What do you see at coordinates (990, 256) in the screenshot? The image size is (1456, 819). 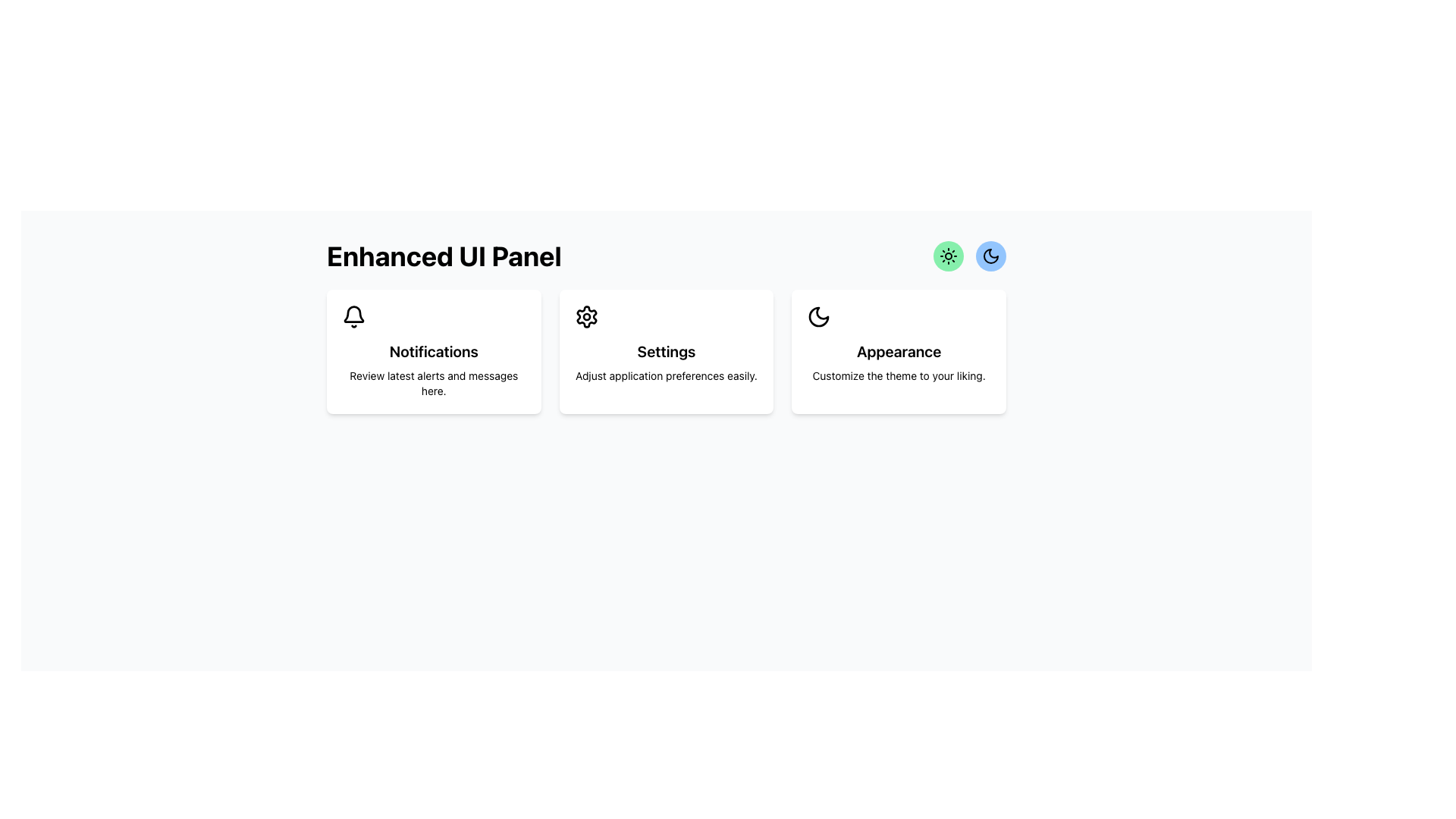 I see `the circular button with a light blue background and a black moon icon` at bounding box center [990, 256].